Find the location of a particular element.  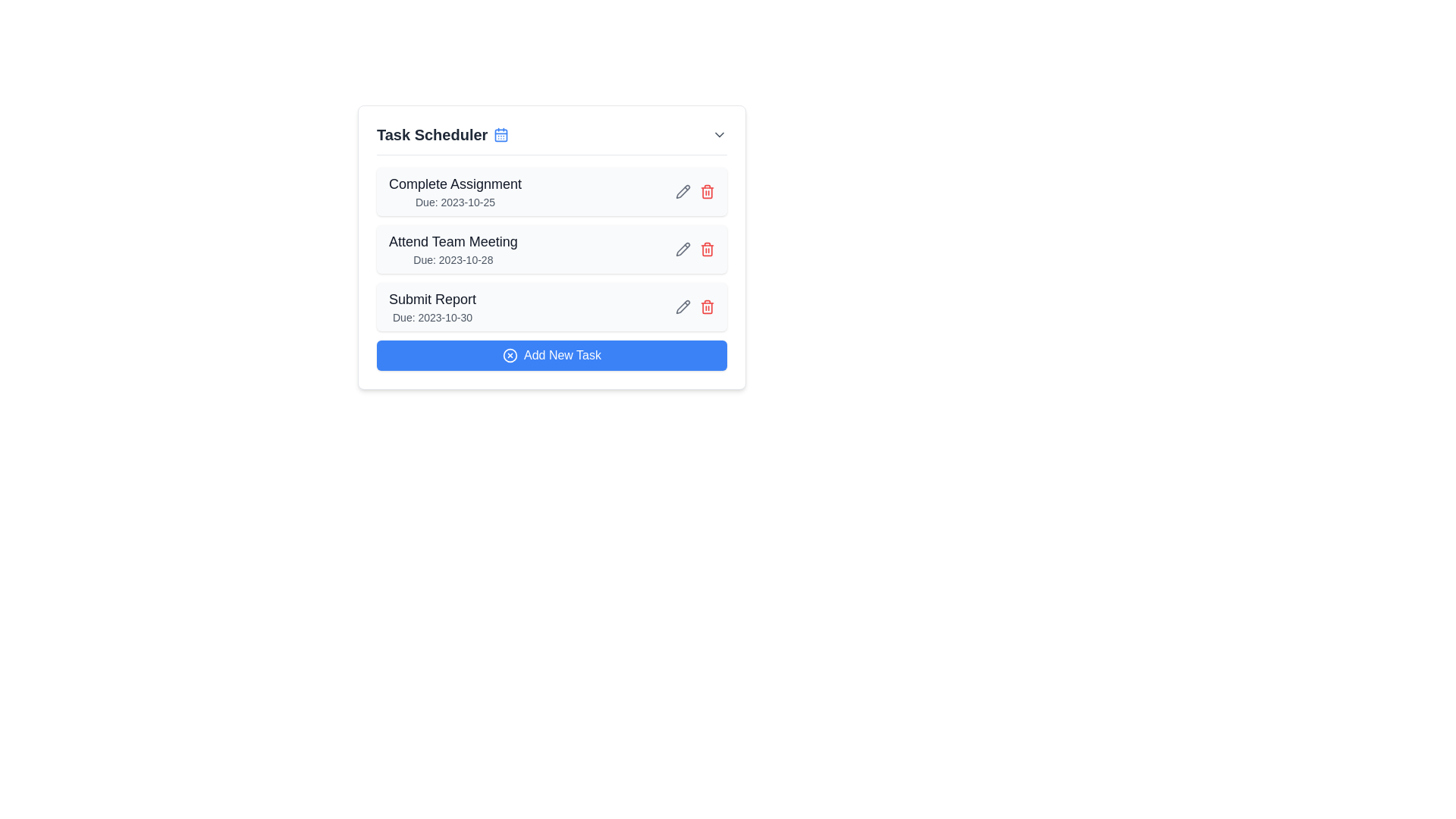

the 'Add New Task' button that contains a circular graphic with a blue background, white border, and red interior, located at the bottom of the 'Task Scheduler' panel is located at coordinates (510, 356).